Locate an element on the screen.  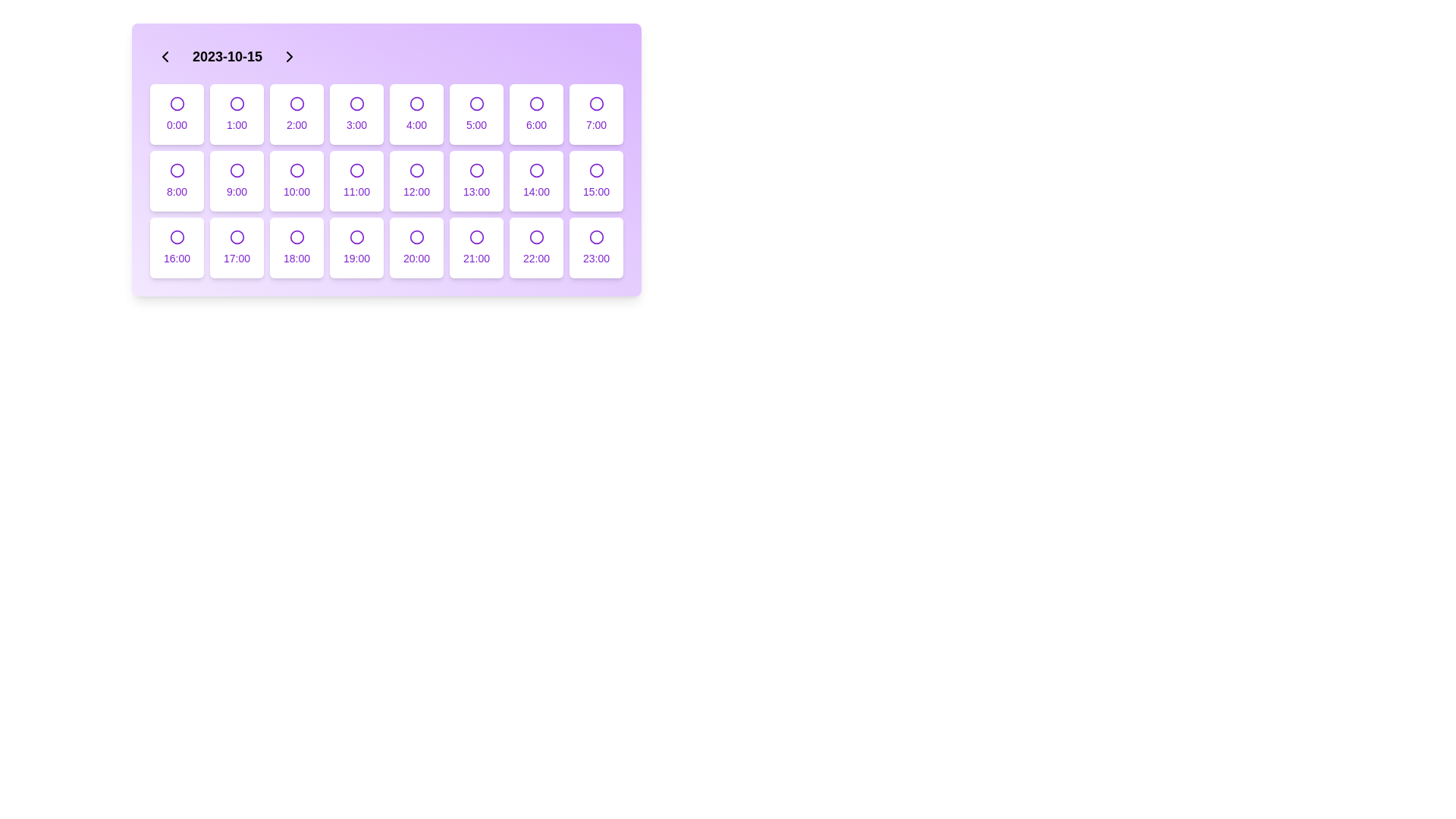
the time selector button for the '3:00' time slot located in the first row, fourth column of the grid layout is located at coordinates (356, 113).